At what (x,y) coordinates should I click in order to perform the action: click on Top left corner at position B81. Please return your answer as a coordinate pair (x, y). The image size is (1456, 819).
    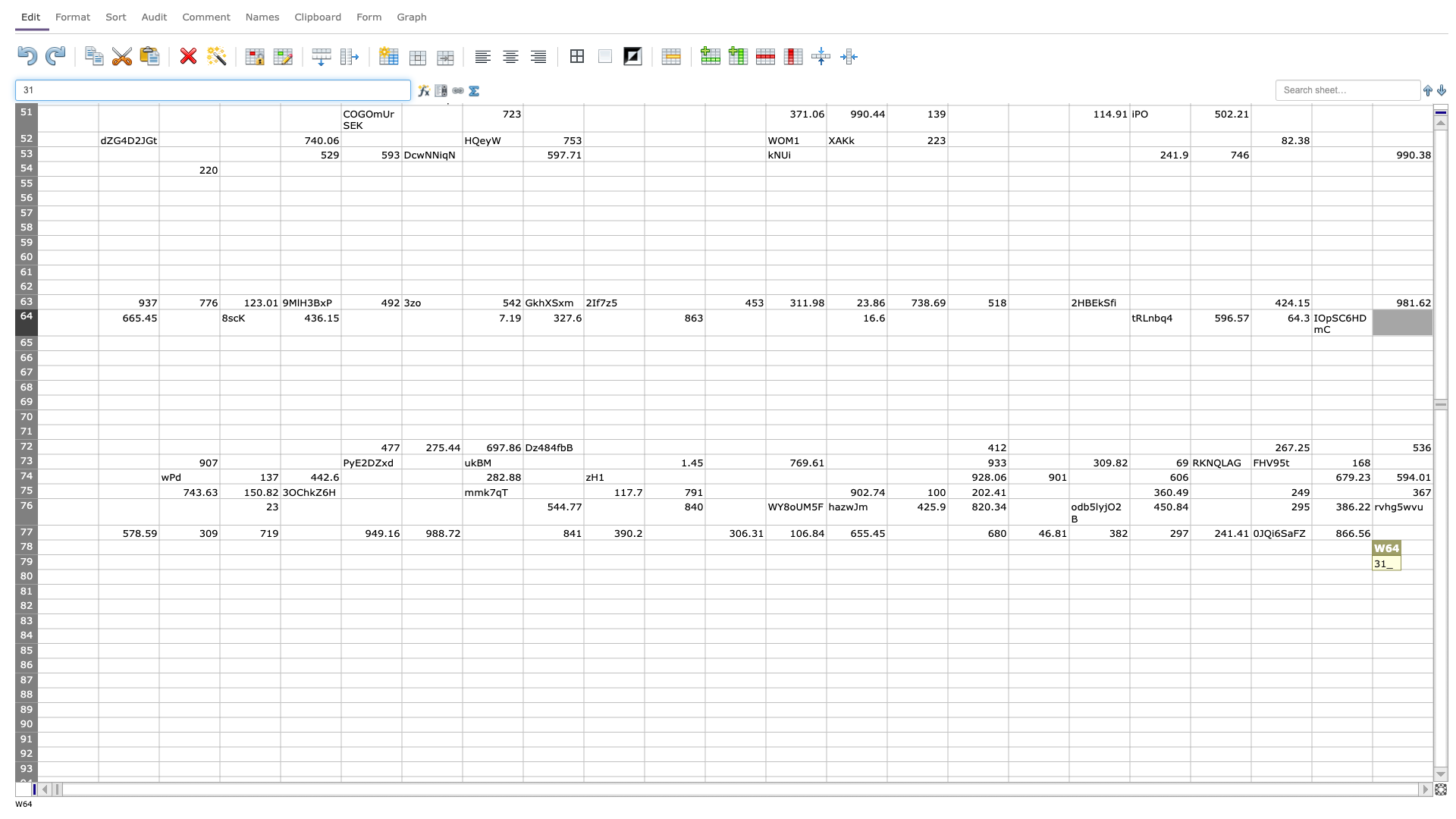
    Looking at the image, I should click on (97, 583).